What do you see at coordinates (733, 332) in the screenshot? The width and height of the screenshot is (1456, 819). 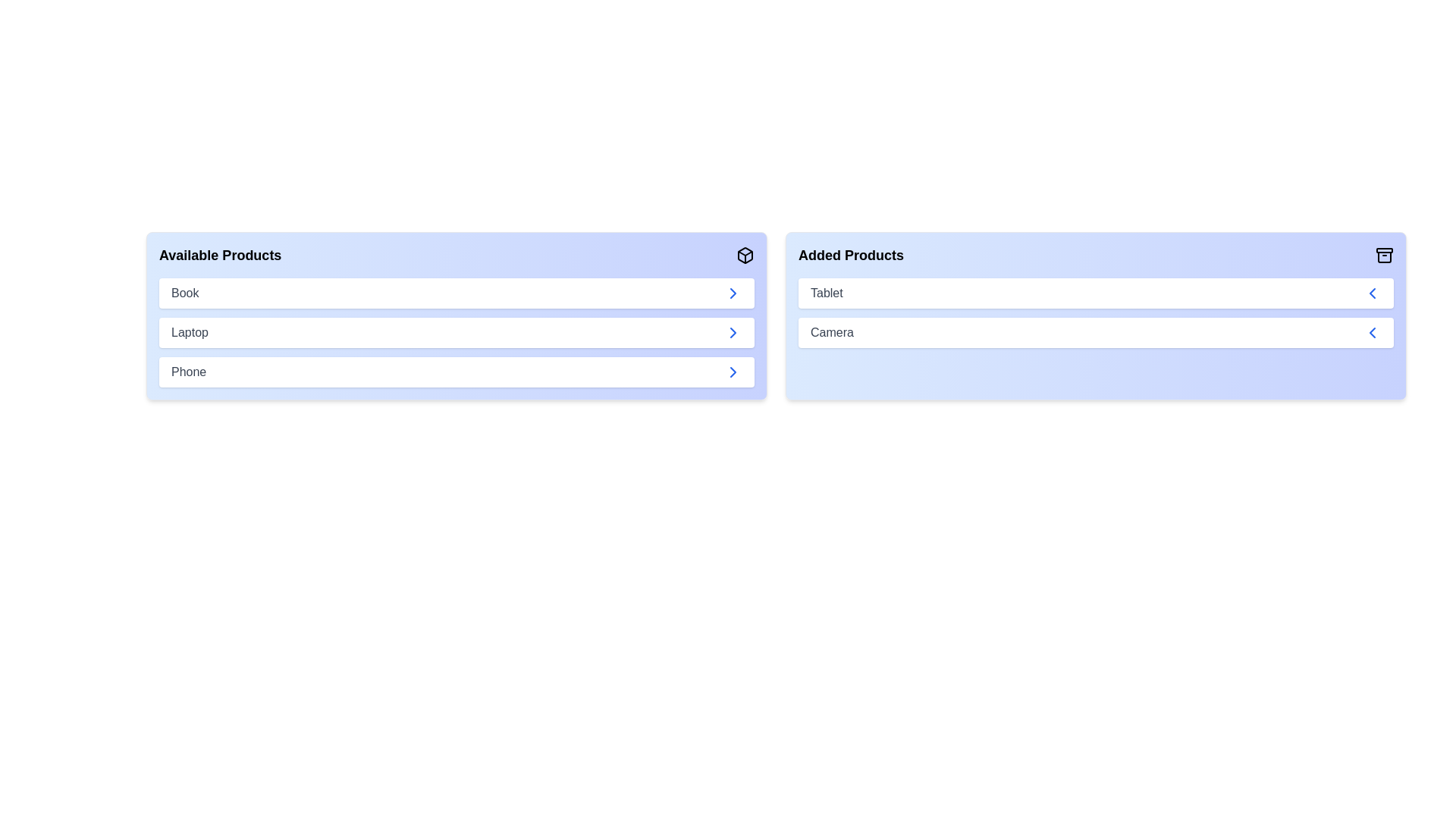 I see `right arrow button next to the product 'Laptop' in the 'Available Products' list to transfer it to the 'Added Products' list` at bounding box center [733, 332].